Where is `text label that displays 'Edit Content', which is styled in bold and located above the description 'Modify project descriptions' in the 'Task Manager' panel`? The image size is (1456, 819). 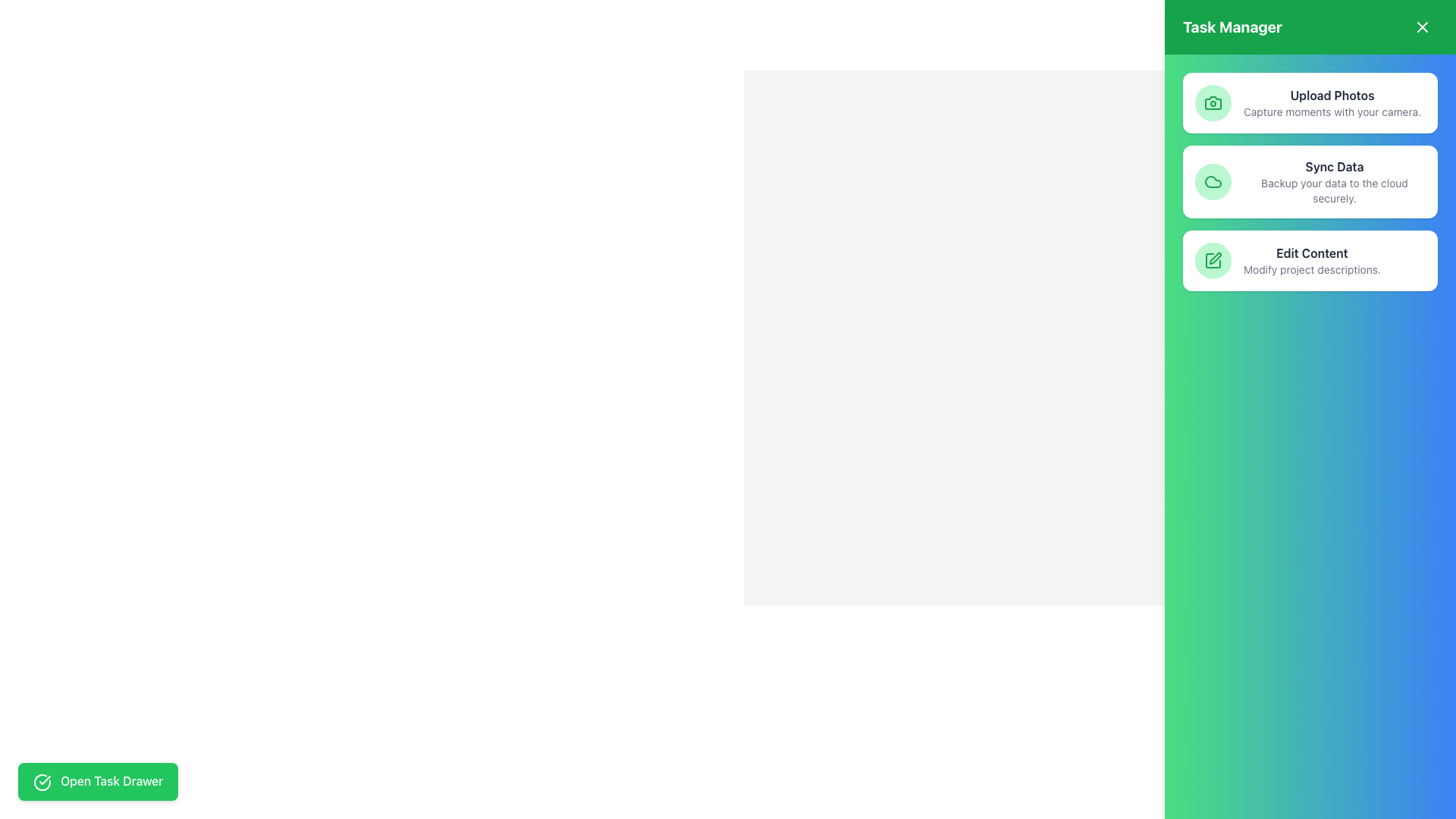 text label that displays 'Edit Content', which is styled in bold and located above the description 'Modify project descriptions' in the 'Task Manager' panel is located at coordinates (1311, 253).